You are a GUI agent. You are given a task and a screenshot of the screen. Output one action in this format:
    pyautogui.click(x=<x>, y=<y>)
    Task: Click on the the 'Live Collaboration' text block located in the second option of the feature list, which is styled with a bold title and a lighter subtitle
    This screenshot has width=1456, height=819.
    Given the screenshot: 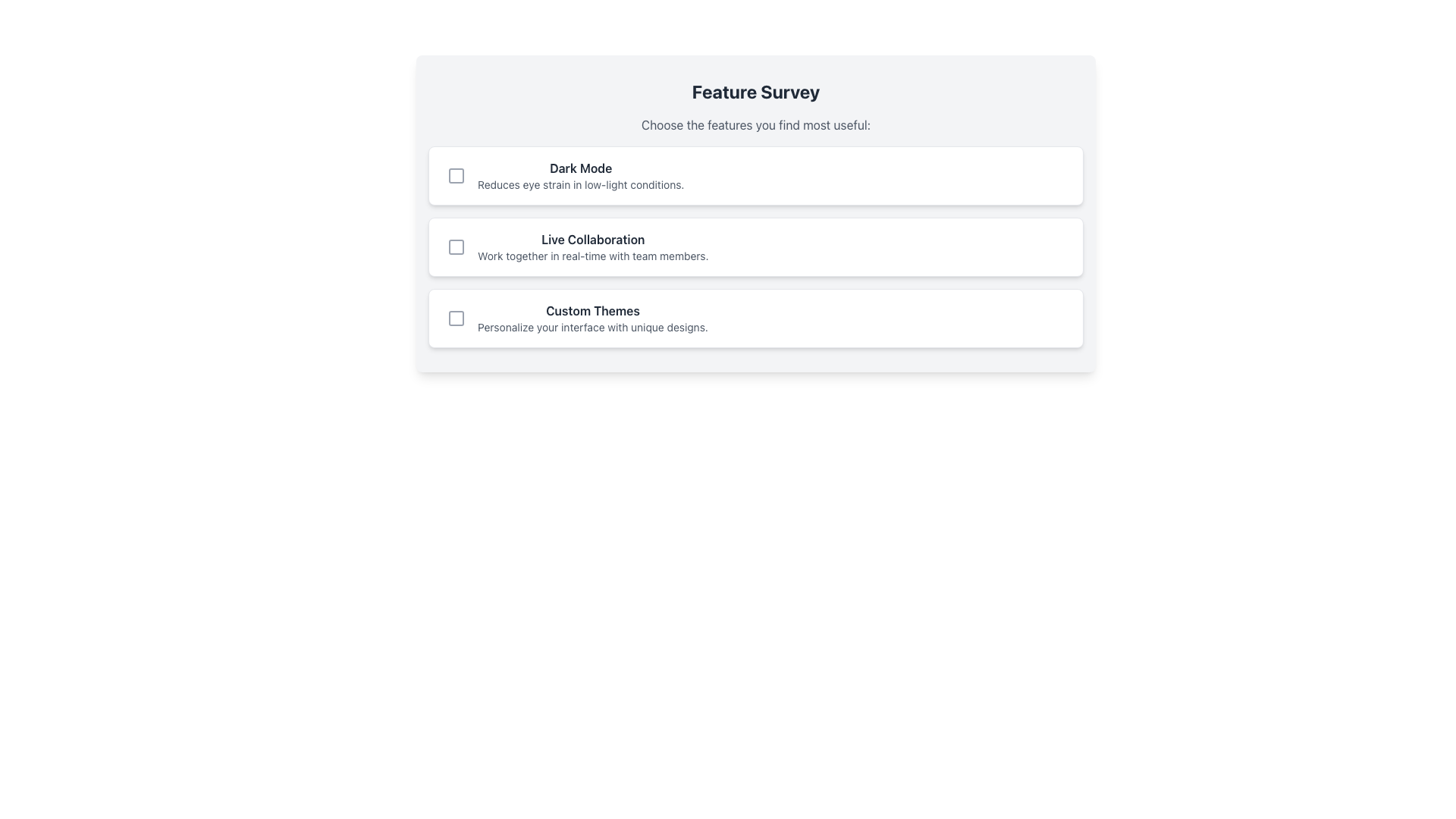 What is the action you would take?
    pyautogui.click(x=592, y=246)
    